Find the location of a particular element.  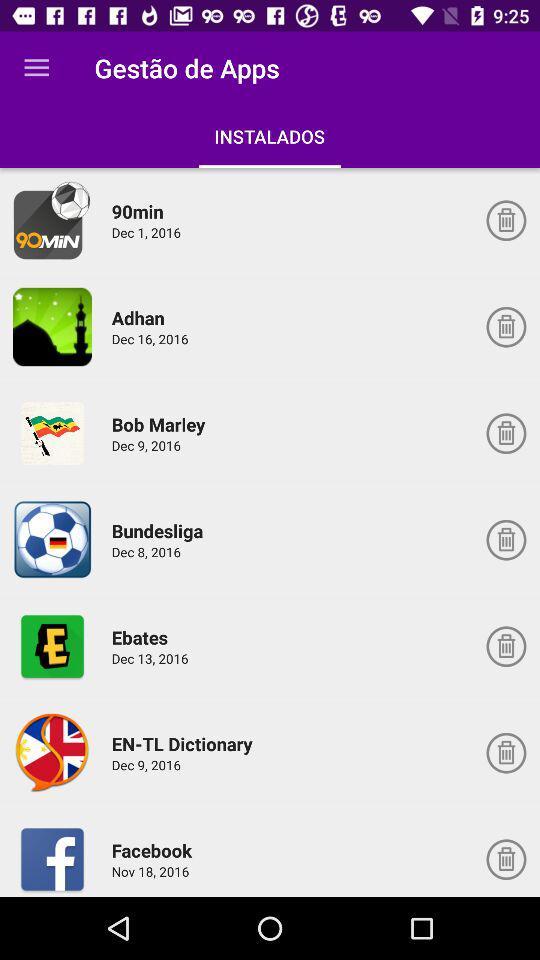

the bob marley icon is located at coordinates (161, 424).